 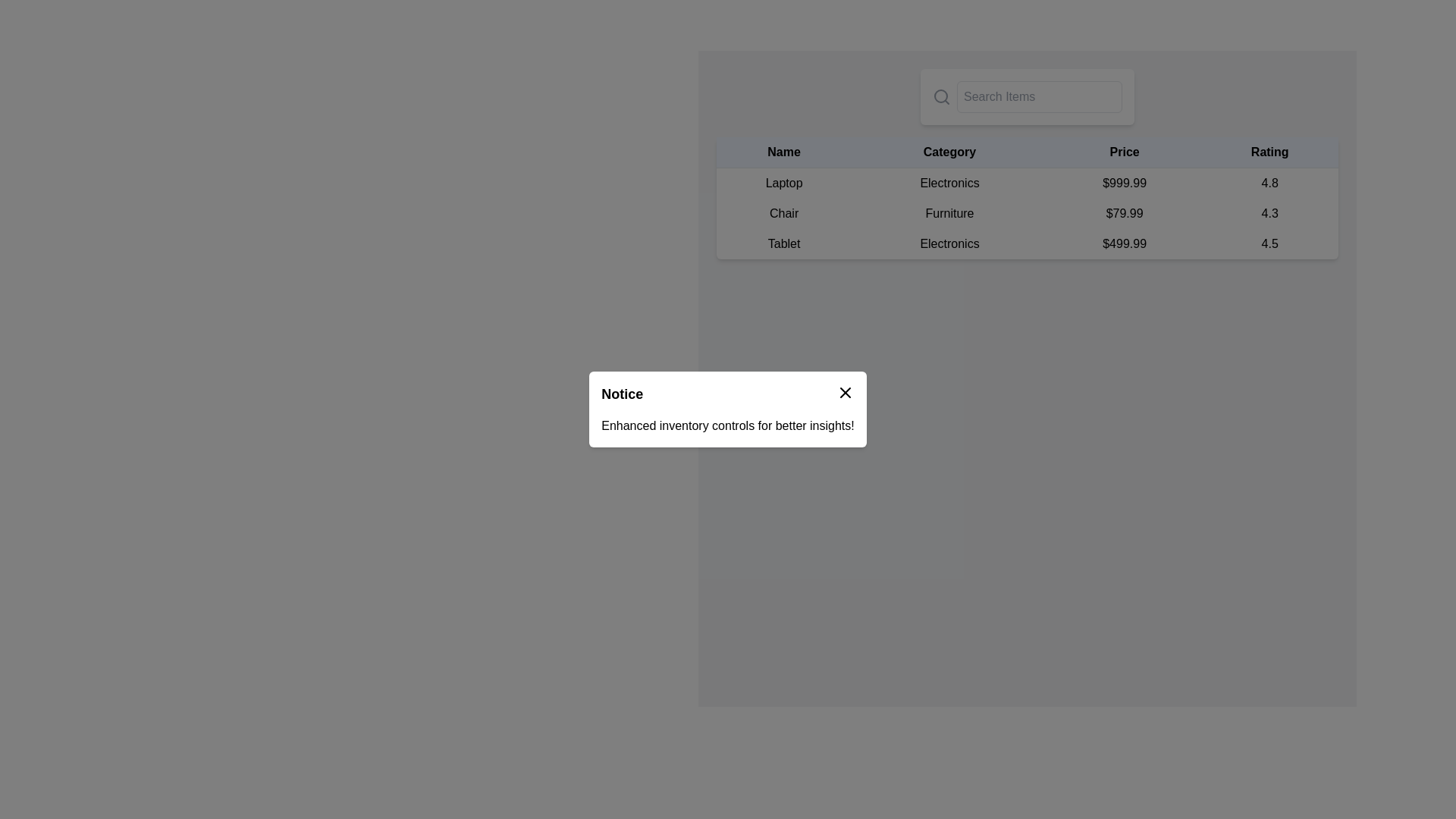 What do you see at coordinates (949, 243) in the screenshot?
I see `the Static text displaying 'Electronics', which is positioned in the 'Category' column under the 'Tablet' row, between 'Tablet' and the price '$499.99'` at bounding box center [949, 243].